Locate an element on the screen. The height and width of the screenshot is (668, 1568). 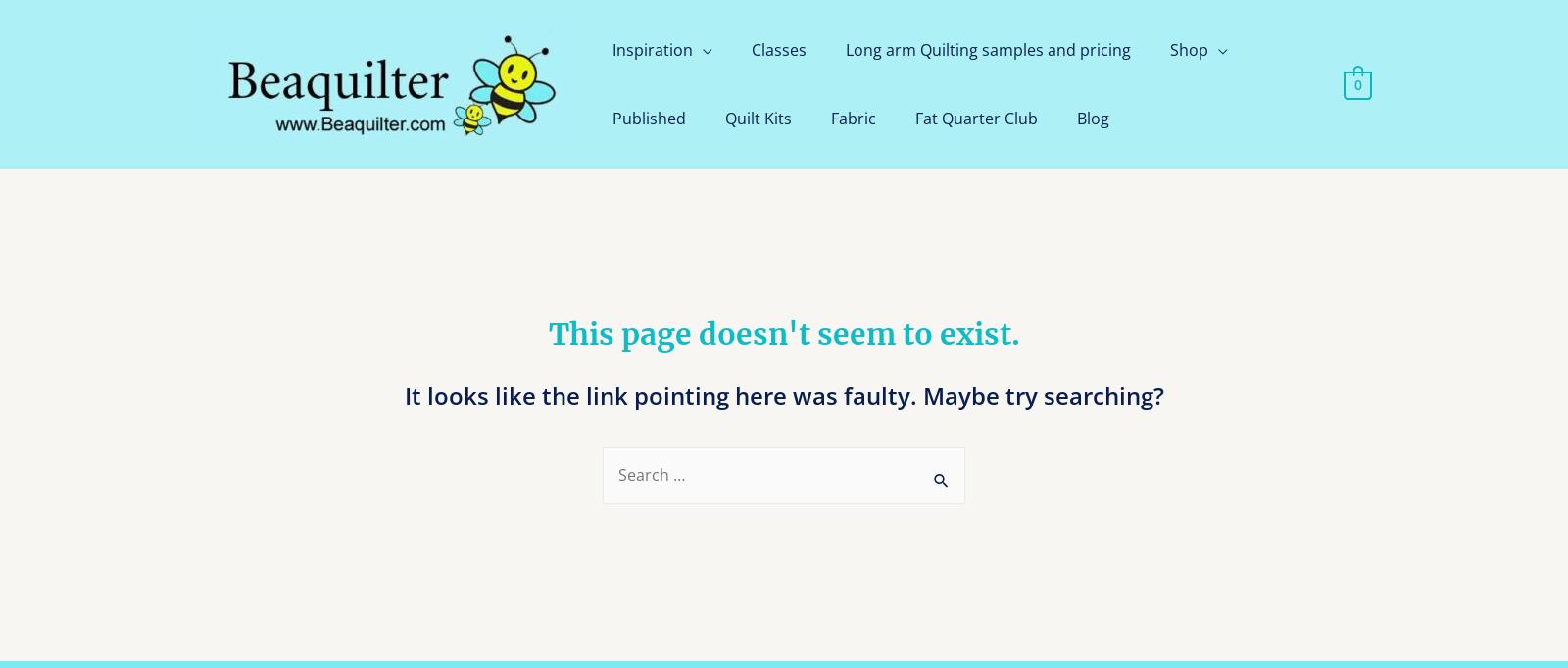
'0' is located at coordinates (1355, 83).